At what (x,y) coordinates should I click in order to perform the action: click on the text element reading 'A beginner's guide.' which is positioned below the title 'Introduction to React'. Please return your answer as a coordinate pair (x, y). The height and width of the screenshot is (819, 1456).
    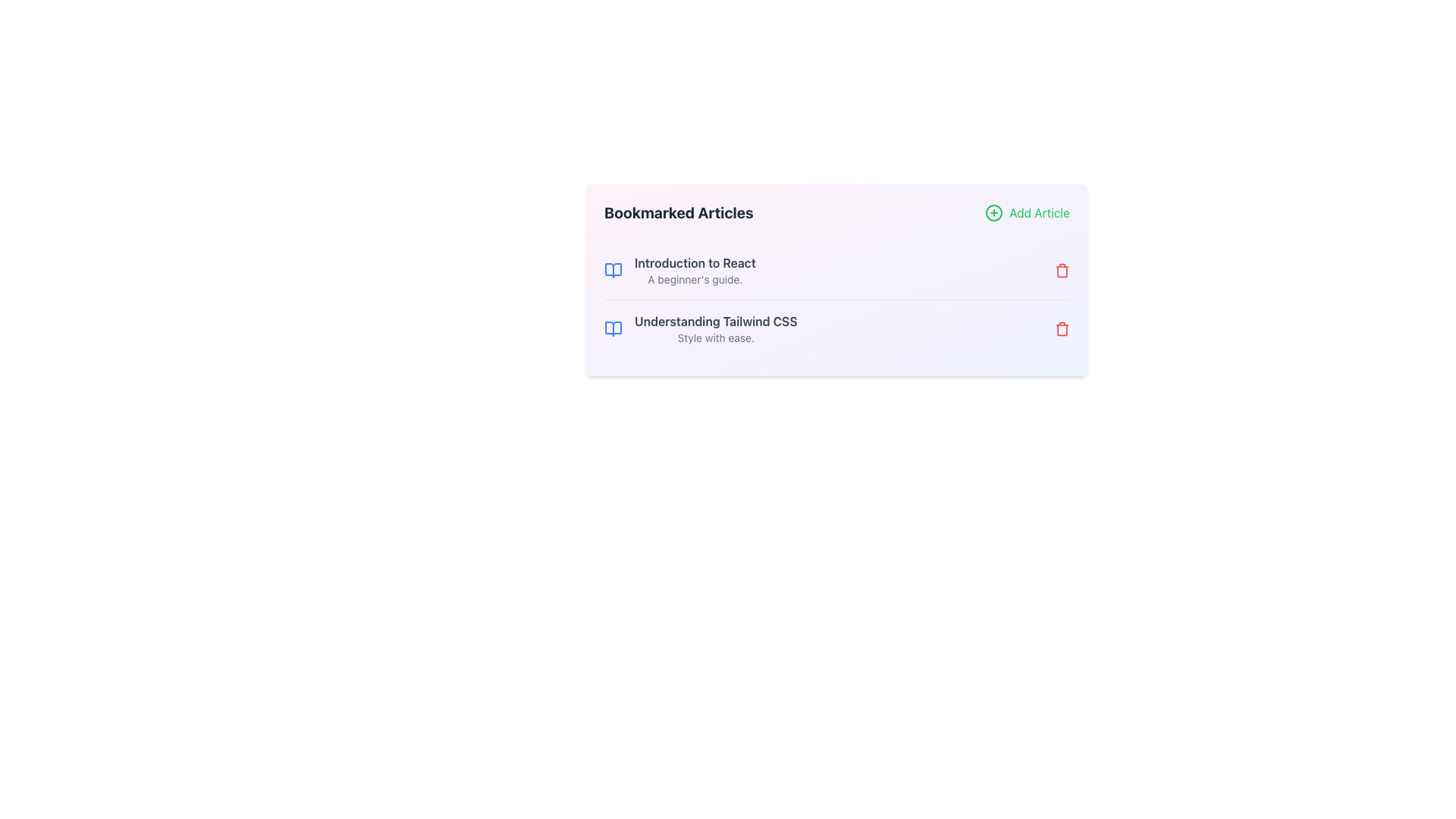
    Looking at the image, I should click on (694, 280).